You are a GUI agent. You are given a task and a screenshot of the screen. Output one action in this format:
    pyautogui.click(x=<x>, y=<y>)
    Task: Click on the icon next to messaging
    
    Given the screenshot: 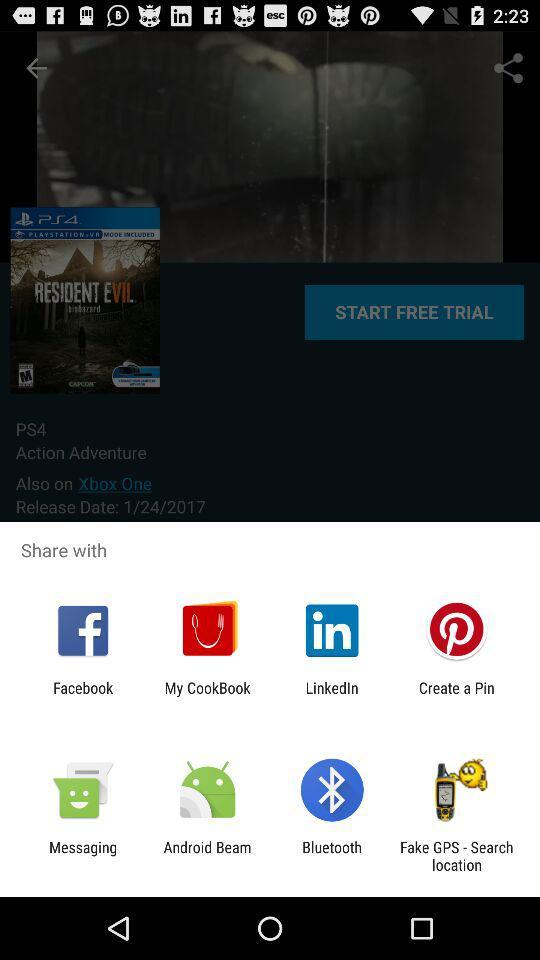 What is the action you would take?
    pyautogui.click(x=206, y=855)
    